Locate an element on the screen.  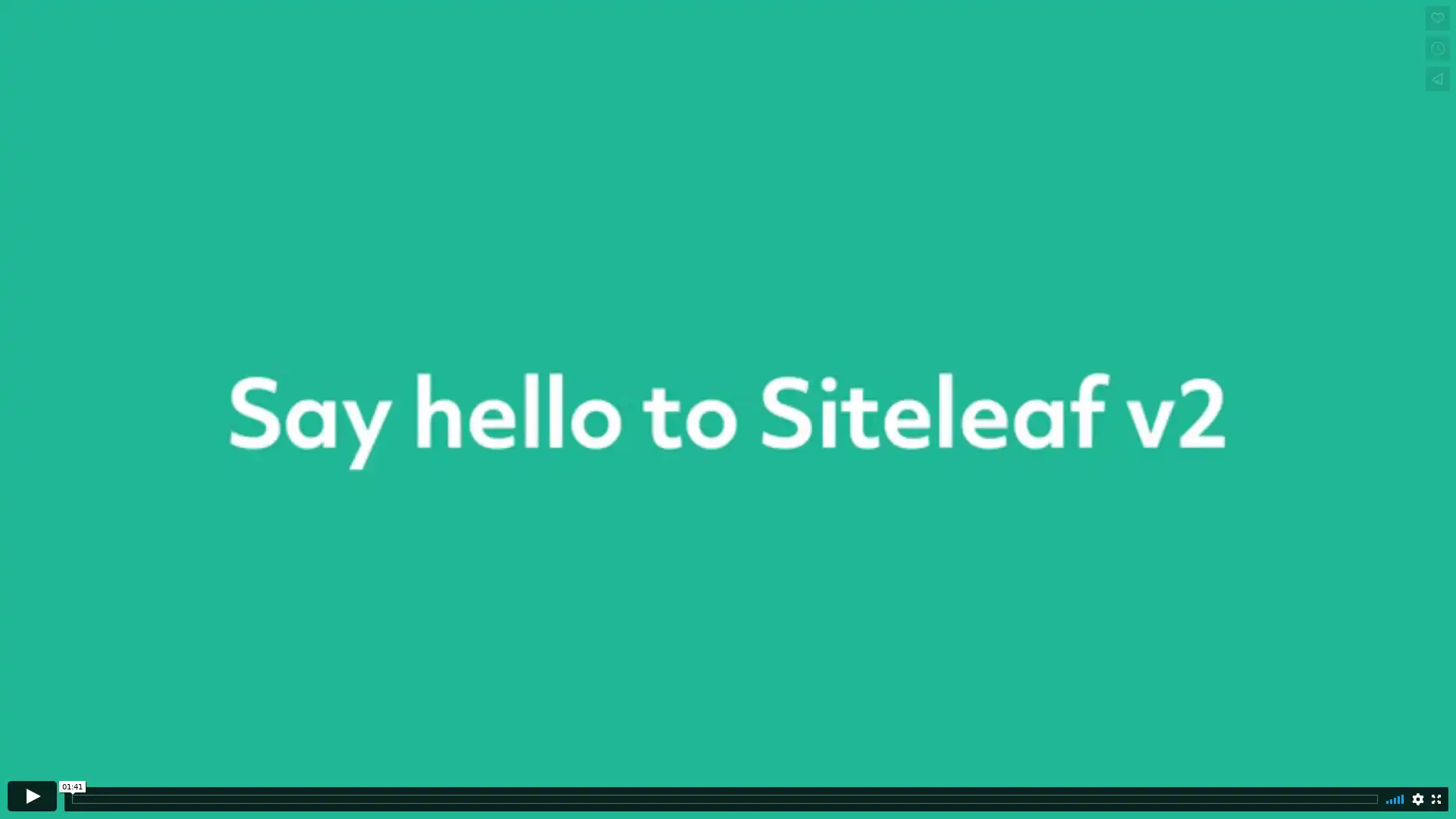
Enter full screen is located at coordinates (1436, 798).